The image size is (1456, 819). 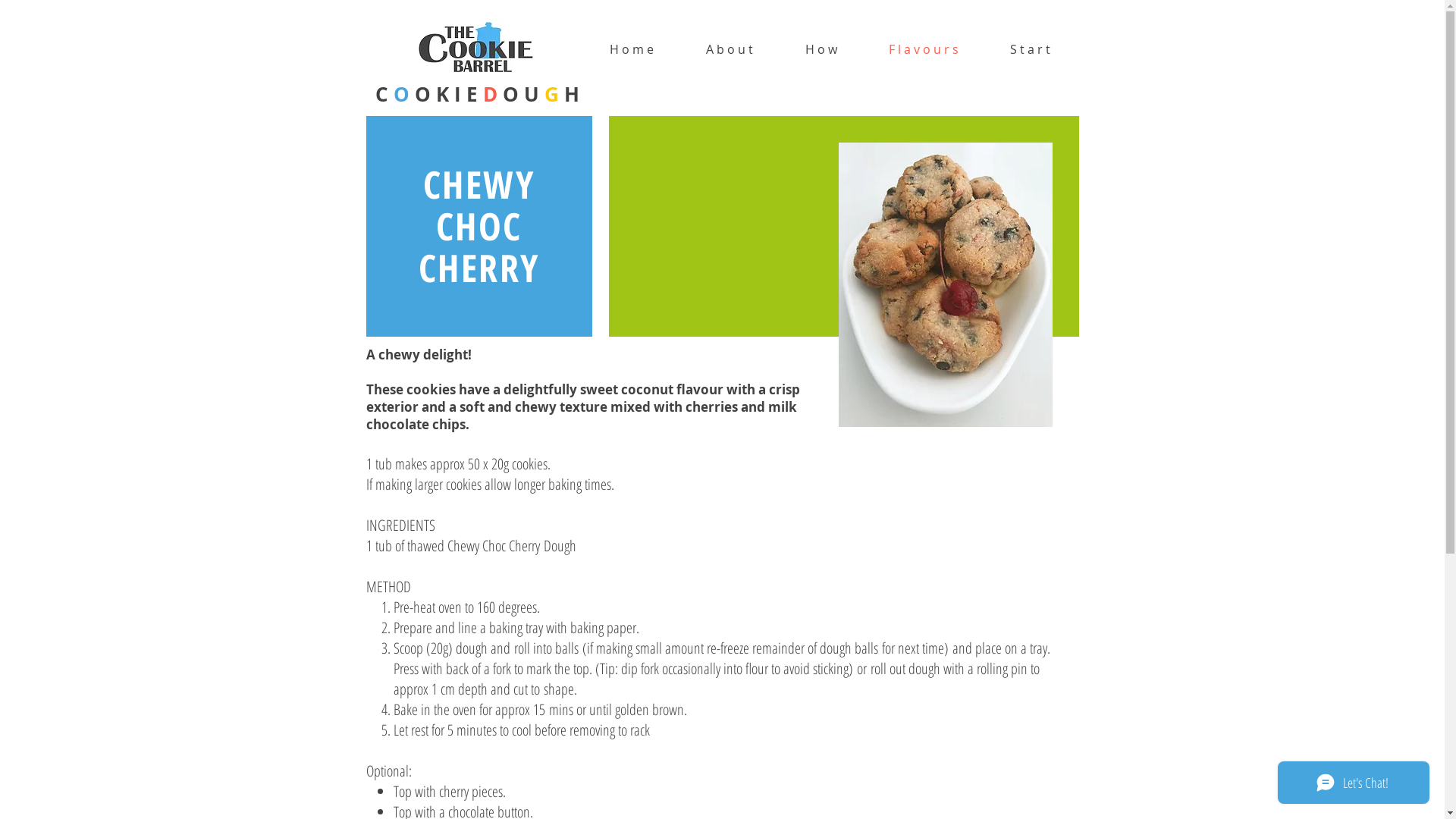 I want to click on 'F l a v o u r s', so click(x=923, y=49).